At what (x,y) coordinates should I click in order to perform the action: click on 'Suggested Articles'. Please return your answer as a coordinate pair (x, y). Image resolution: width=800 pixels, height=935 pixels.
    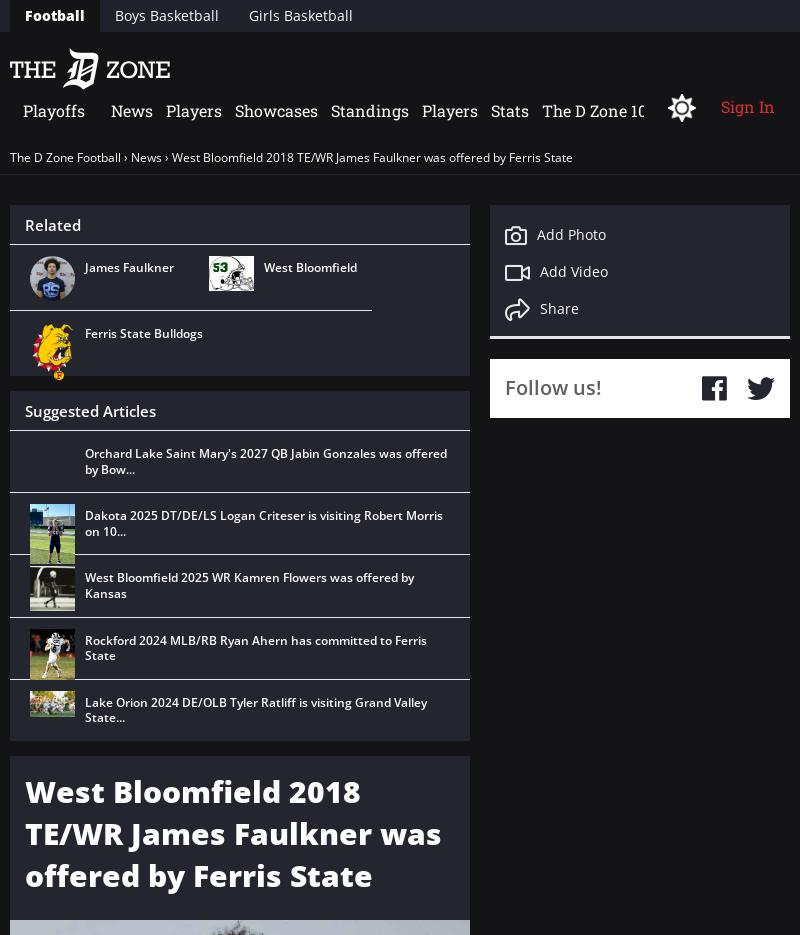
    Looking at the image, I should click on (90, 409).